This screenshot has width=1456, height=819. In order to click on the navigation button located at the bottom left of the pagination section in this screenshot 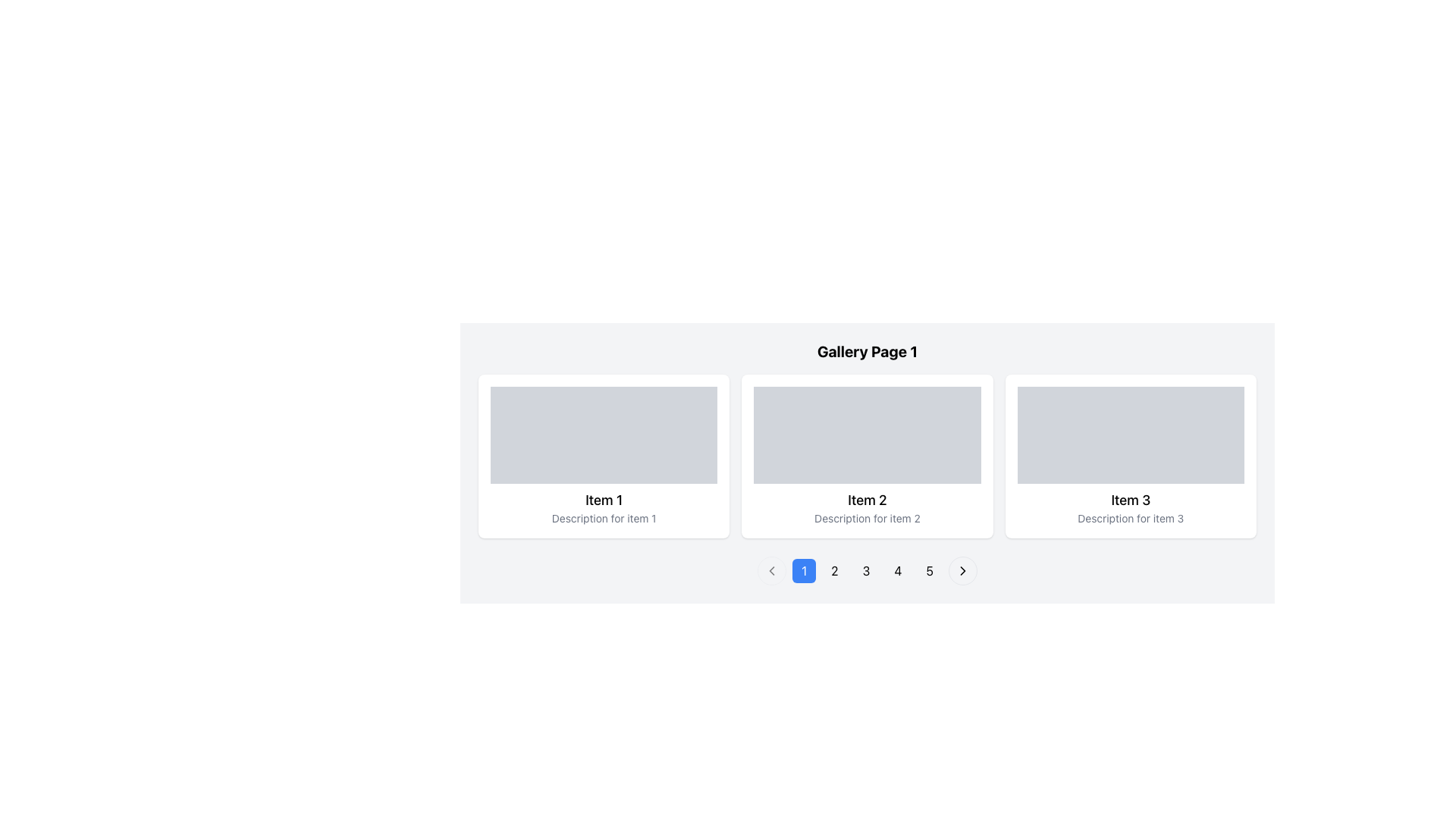, I will do `click(772, 570)`.